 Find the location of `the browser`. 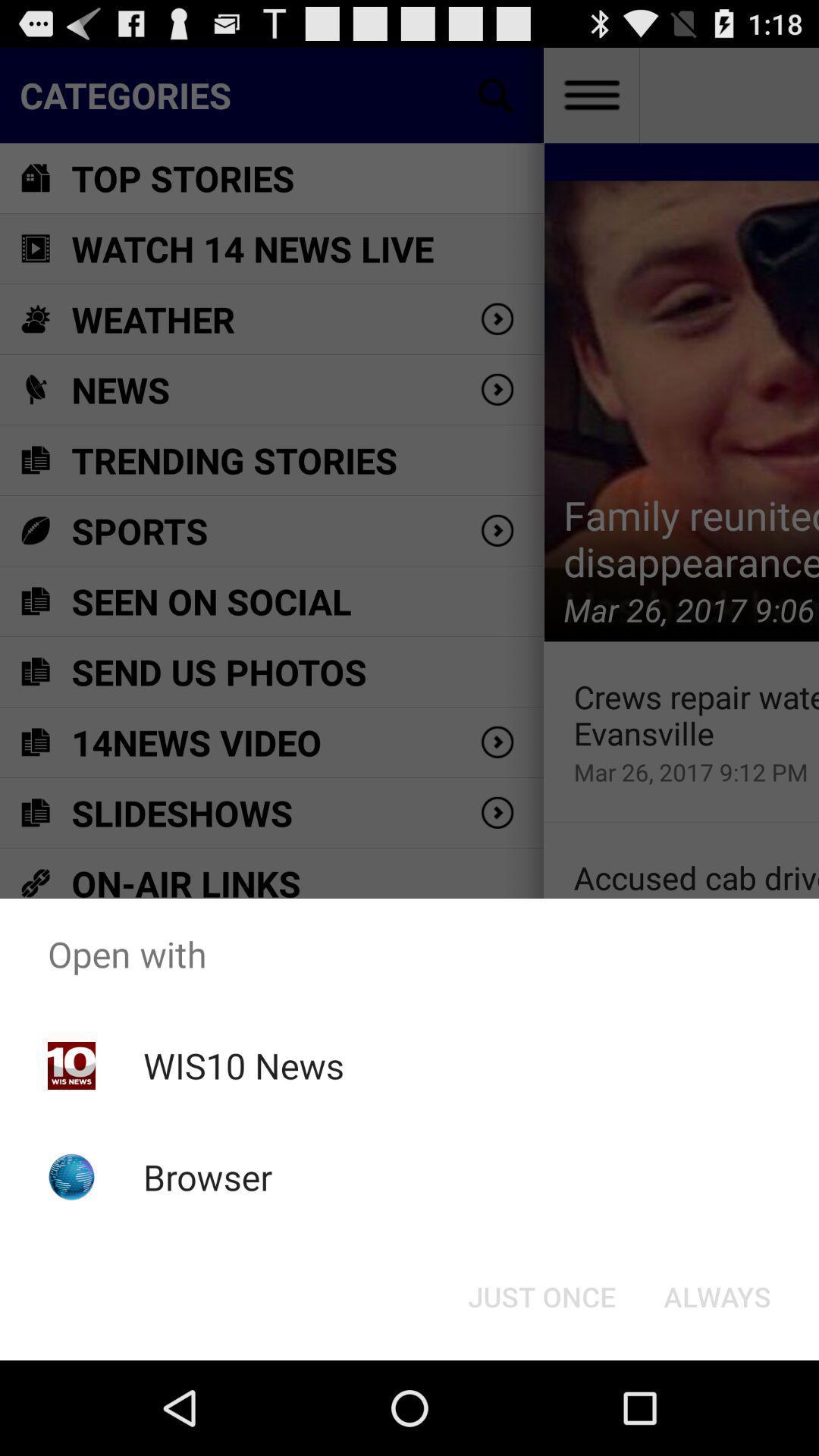

the browser is located at coordinates (208, 1176).